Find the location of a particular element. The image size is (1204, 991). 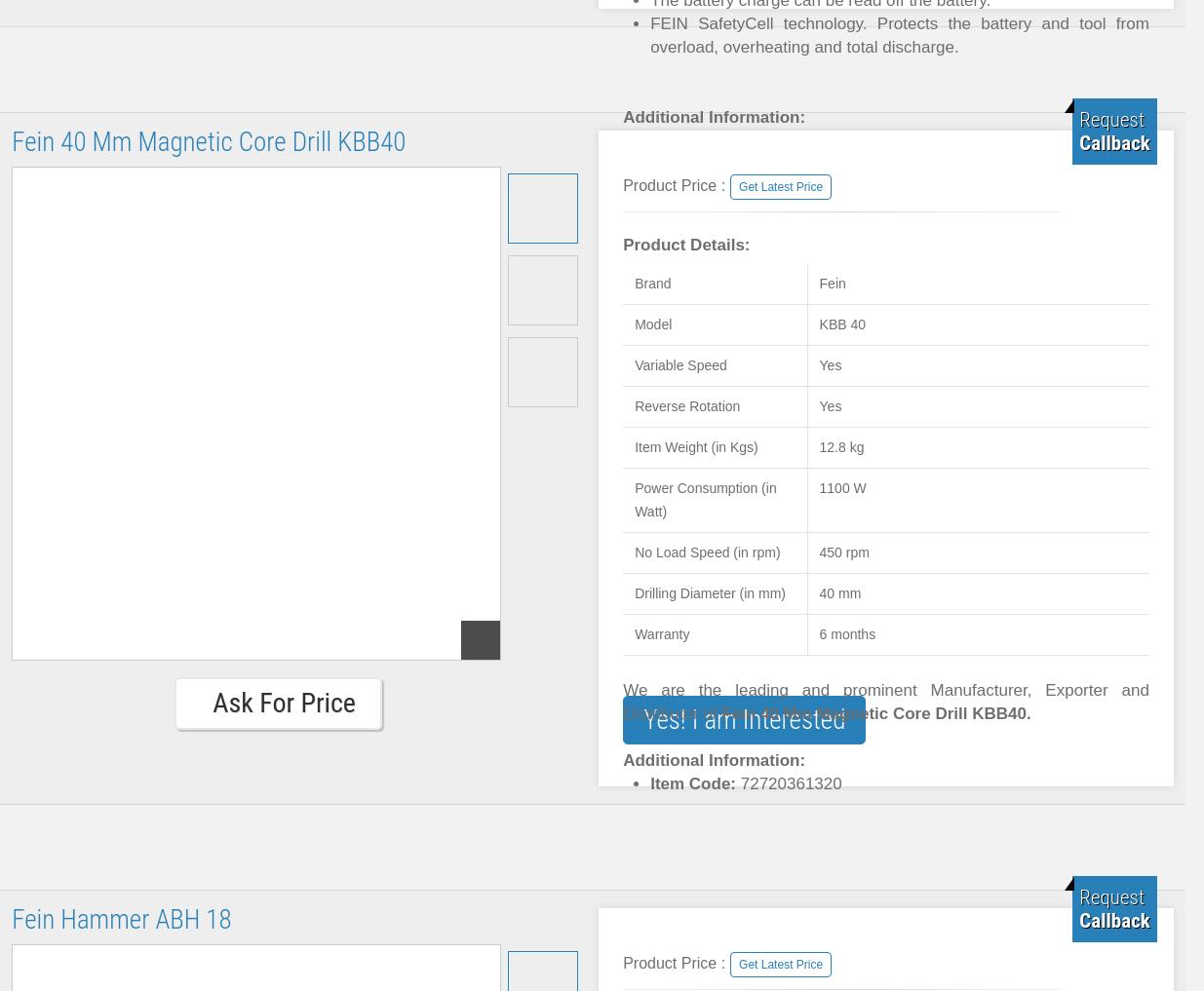

'Variable Speed' is located at coordinates (680, 363).